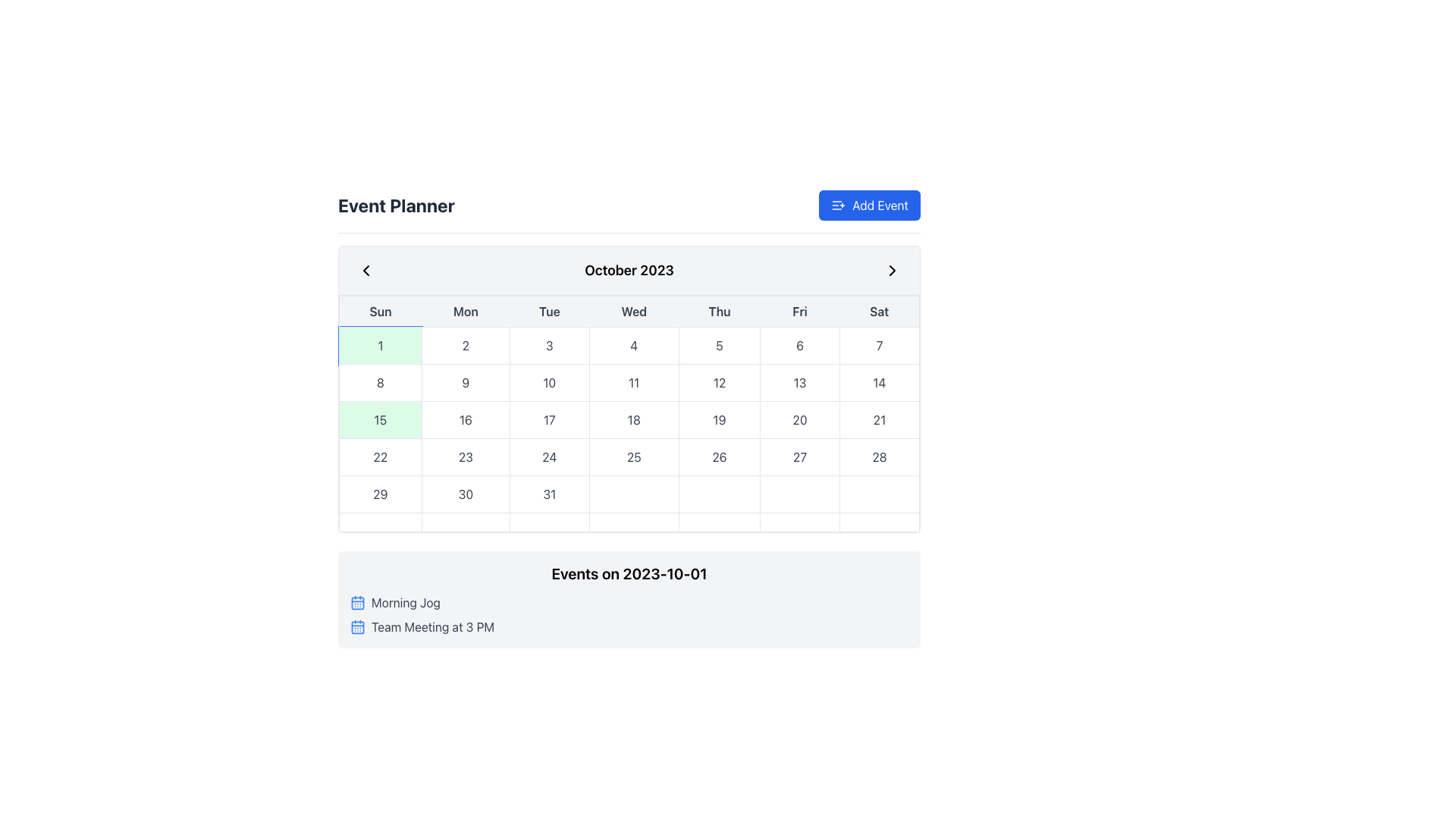 Image resolution: width=1456 pixels, height=819 pixels. Describe the element at coordinates (380, 494) in the screenshot. I see `the calendar date cell displaying '29' located in the first cell of the seventh row under the 'Sunday' column` at that location.